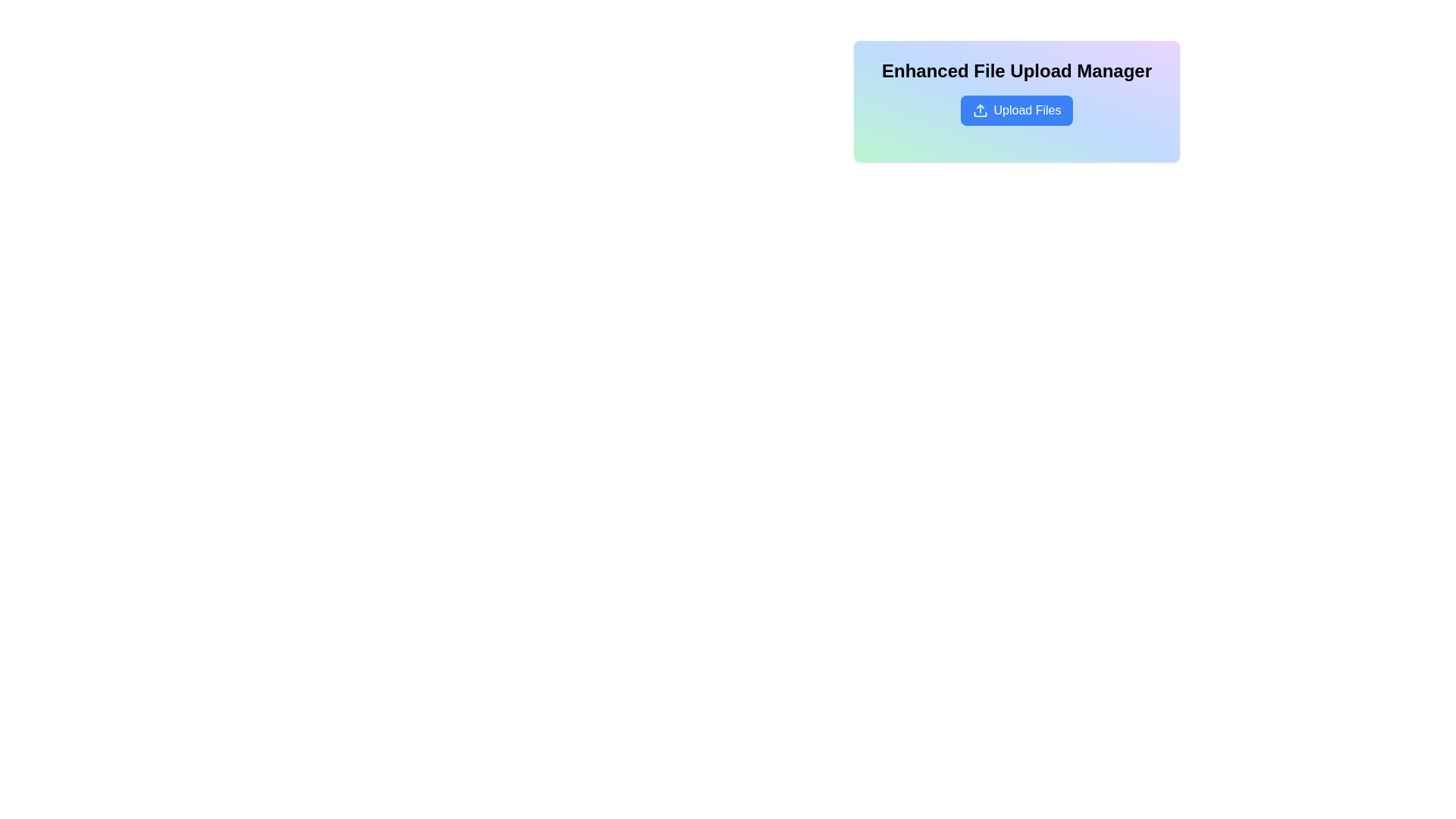 The image size is (1456, 819). I want to click on the upload icon, which is a minimalistic white arrow pointing upwards into a tray, located to the left of the 'Upload Files' text within the blue button, so click(980, 110).